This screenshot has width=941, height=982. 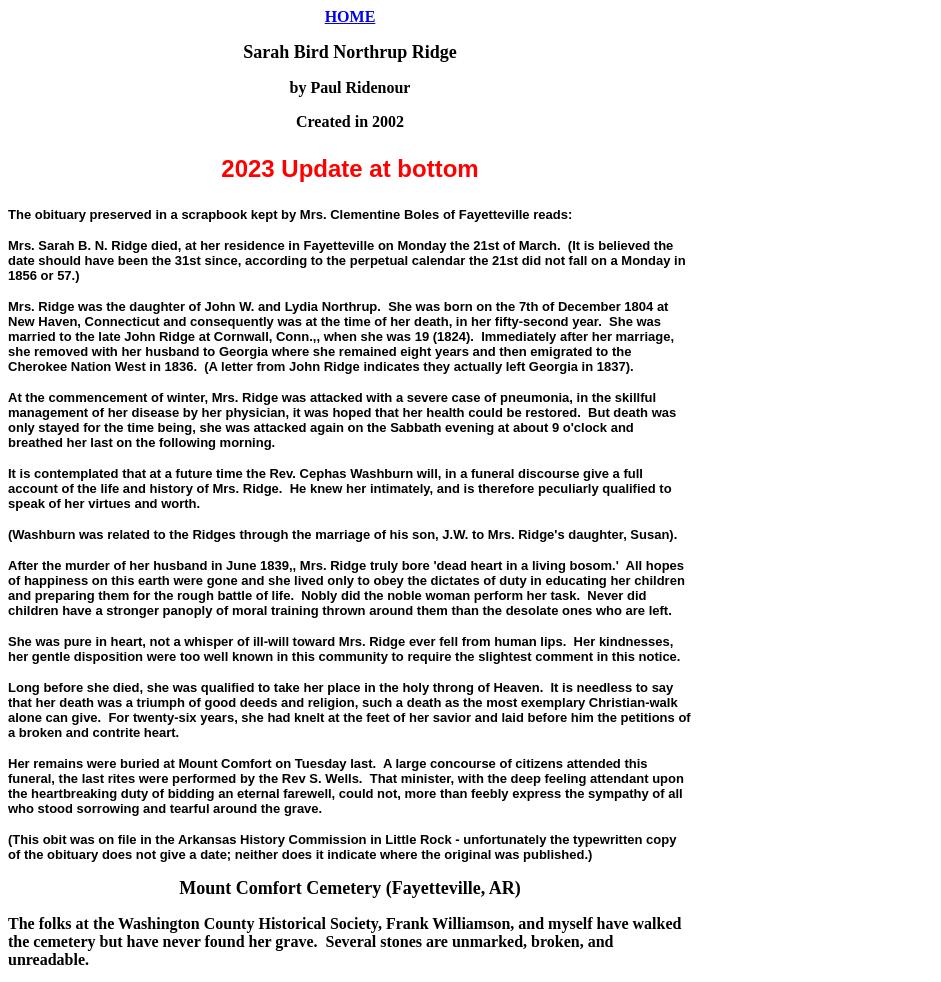 I want to click on 'by Paul Ridenour', so click(x=349, y=86).